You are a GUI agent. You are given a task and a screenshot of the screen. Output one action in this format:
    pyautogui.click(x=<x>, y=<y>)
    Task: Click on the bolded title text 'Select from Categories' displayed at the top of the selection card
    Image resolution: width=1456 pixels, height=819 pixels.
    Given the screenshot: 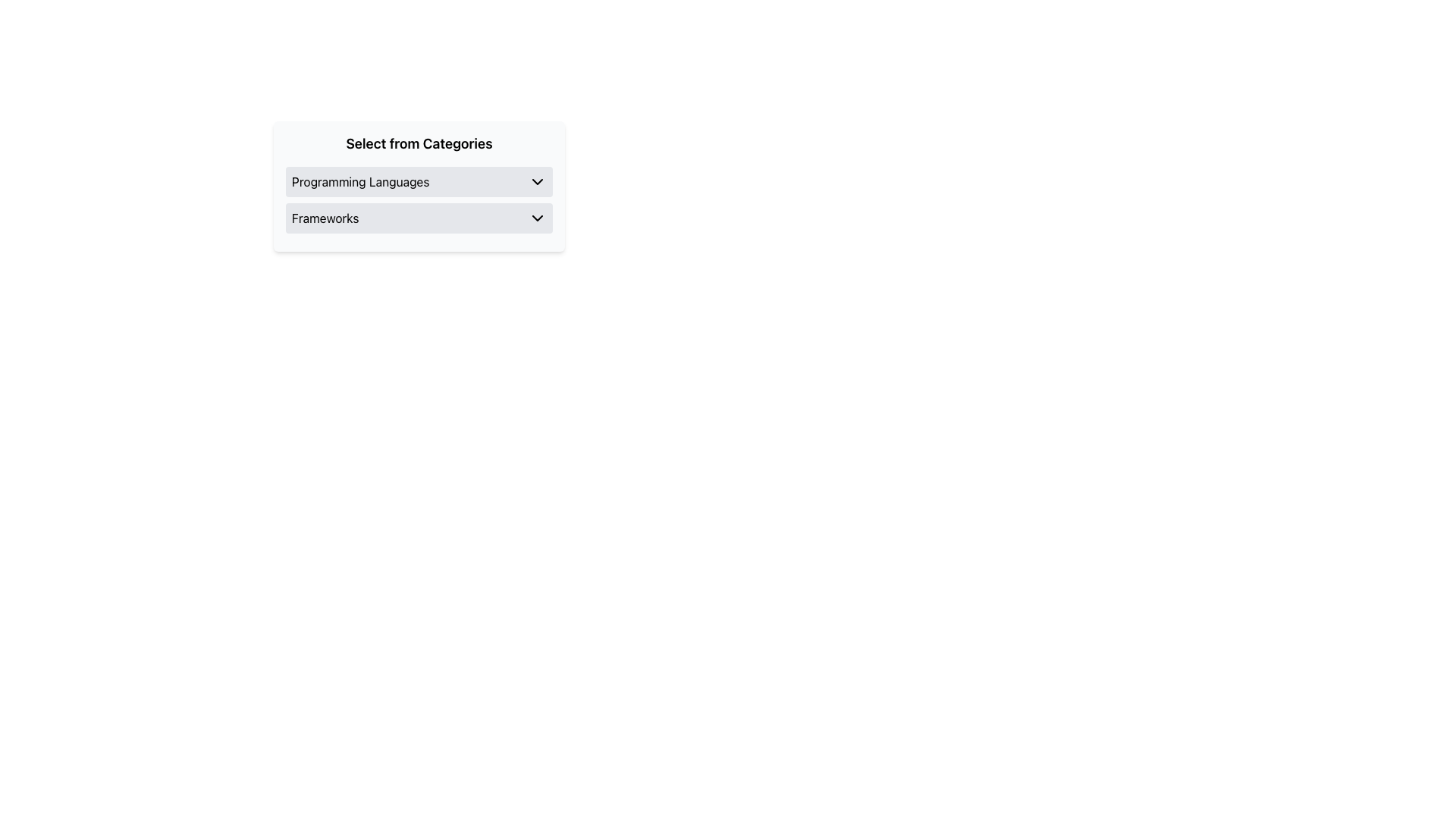 What is the action you would take?
    pyautogui.click(x=419, y=143)
    